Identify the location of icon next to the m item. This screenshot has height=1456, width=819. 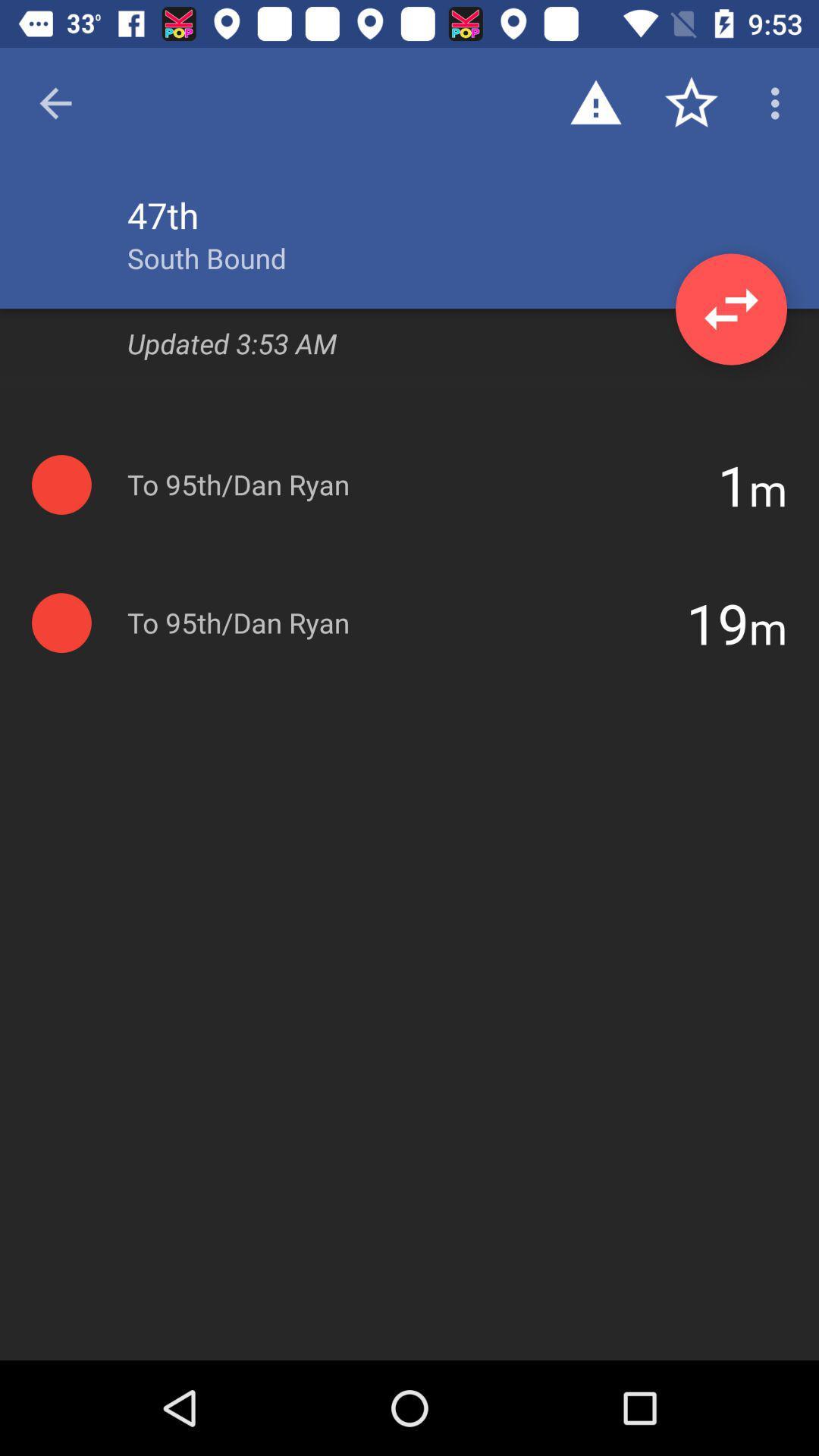
(733, 484).